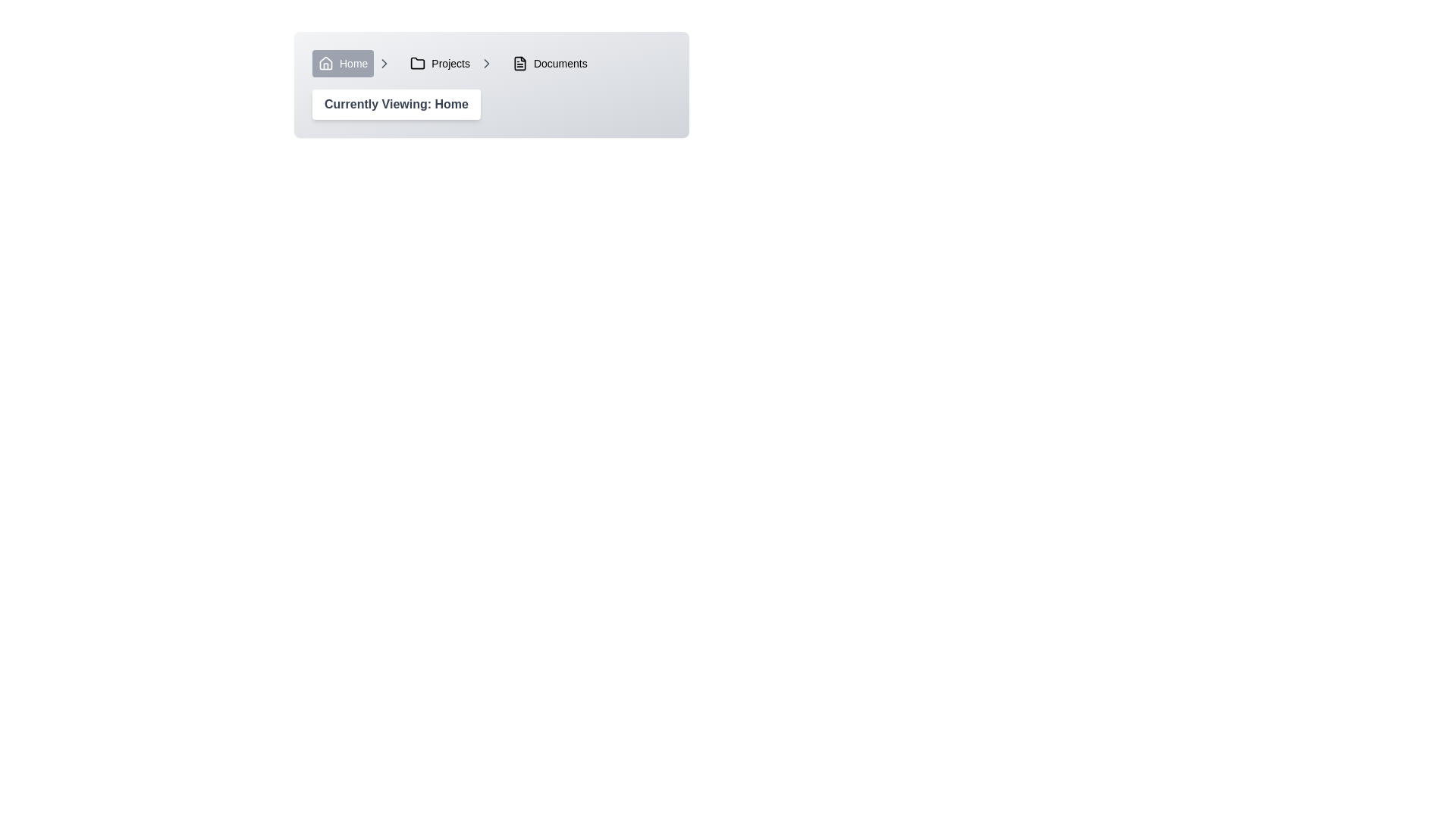 Image resolution: width=1456 pixels, height=819 pixels. What do you see at coordinates (450, 63) in the screenshot?
I see `the breadcrumb navigation label for 'Projects', which helps users identify their current navigation context` at bounding box center [450, 63].